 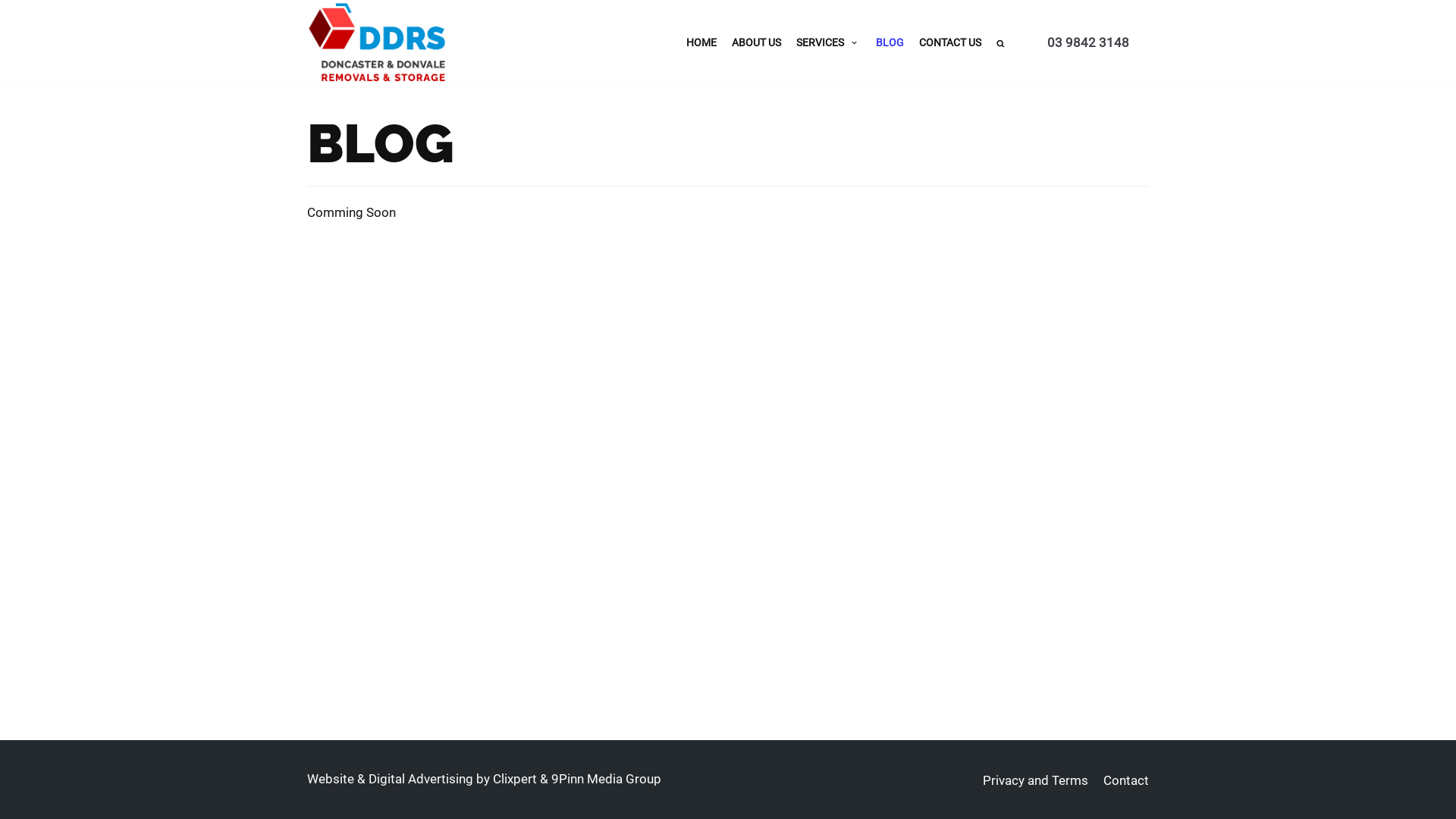 I want to click on 'BLOG', so click(x=890, y=42).